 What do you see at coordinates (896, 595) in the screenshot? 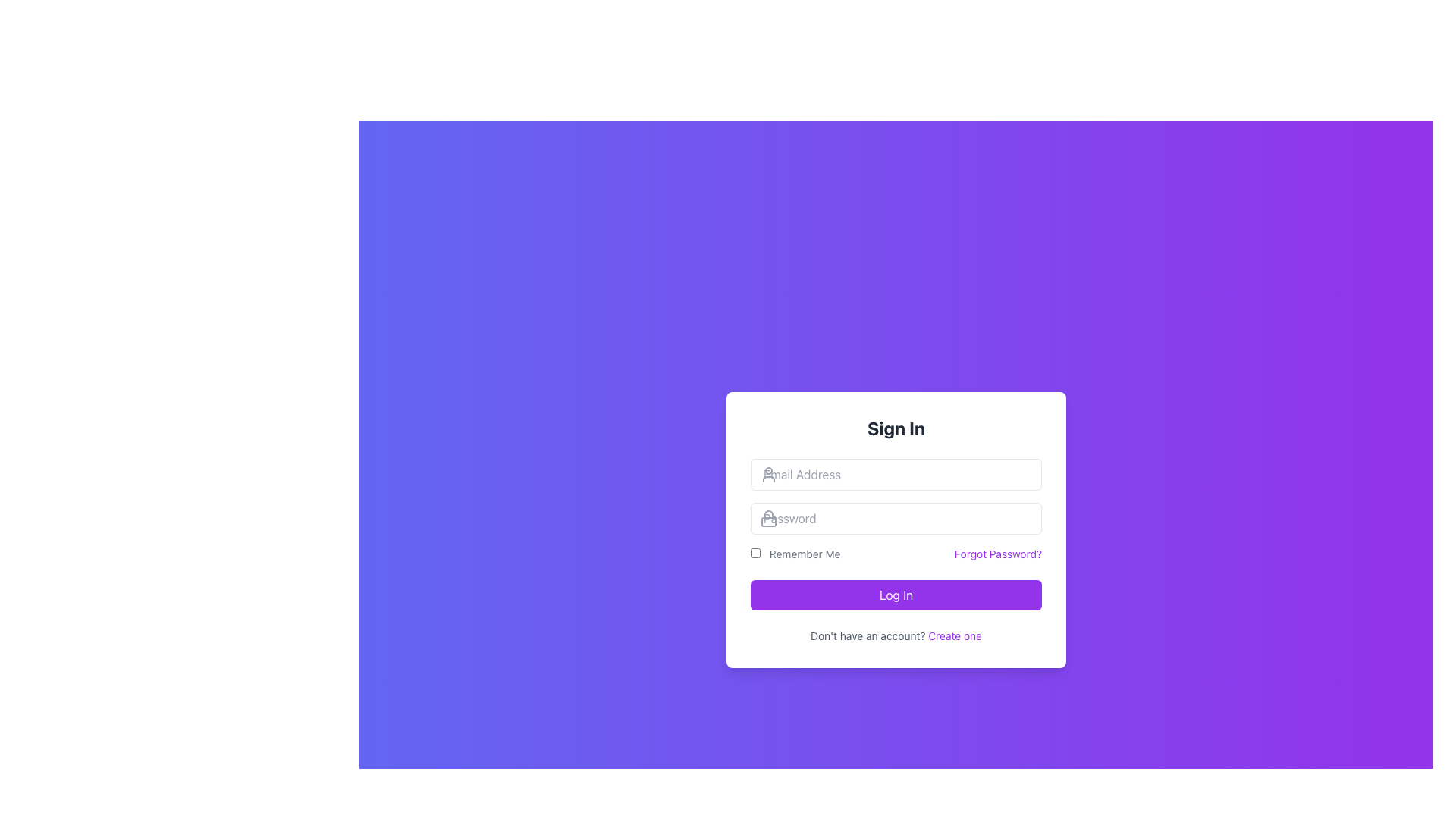
I see `the 'Log In' button with a purple gradient background to trigger its hover state and change its color` at bounding box center [896, 595].